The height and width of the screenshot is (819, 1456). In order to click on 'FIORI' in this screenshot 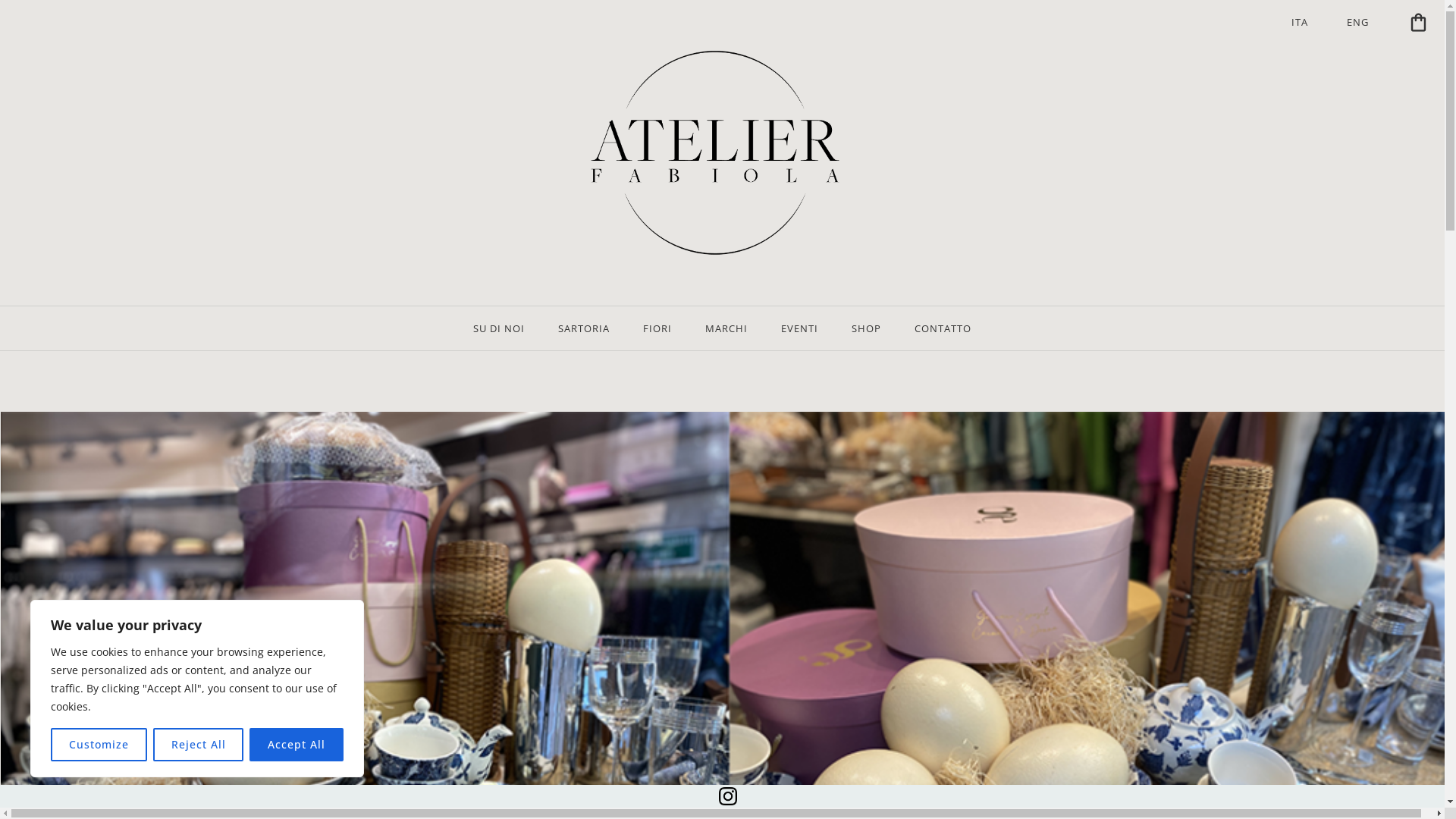, I will do `click(657, 327)`.